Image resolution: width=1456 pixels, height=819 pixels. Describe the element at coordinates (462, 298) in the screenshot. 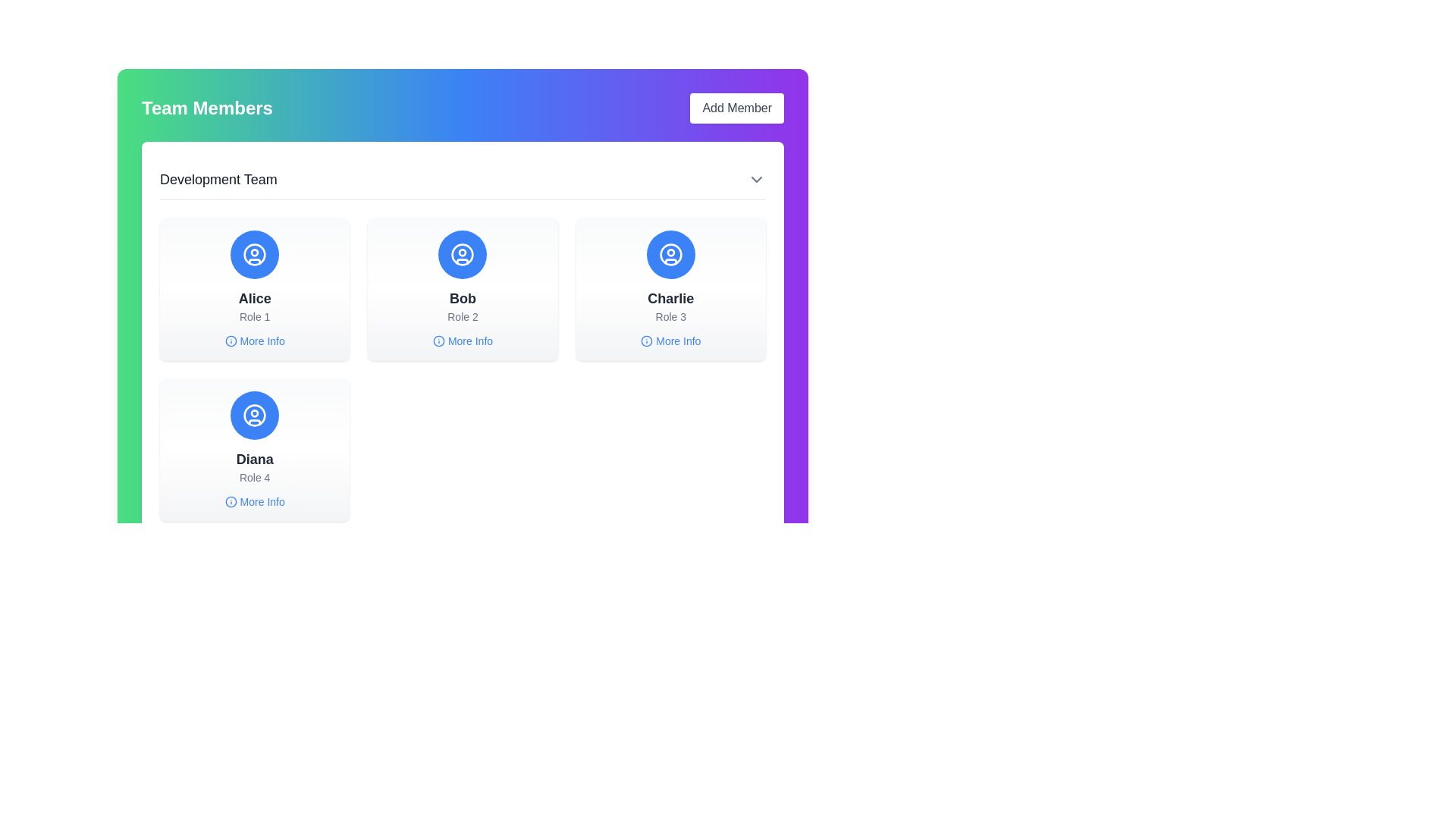

I see `the text label 'Bob' in 'Bob's card' to bring up additional options or context menu` at that location.